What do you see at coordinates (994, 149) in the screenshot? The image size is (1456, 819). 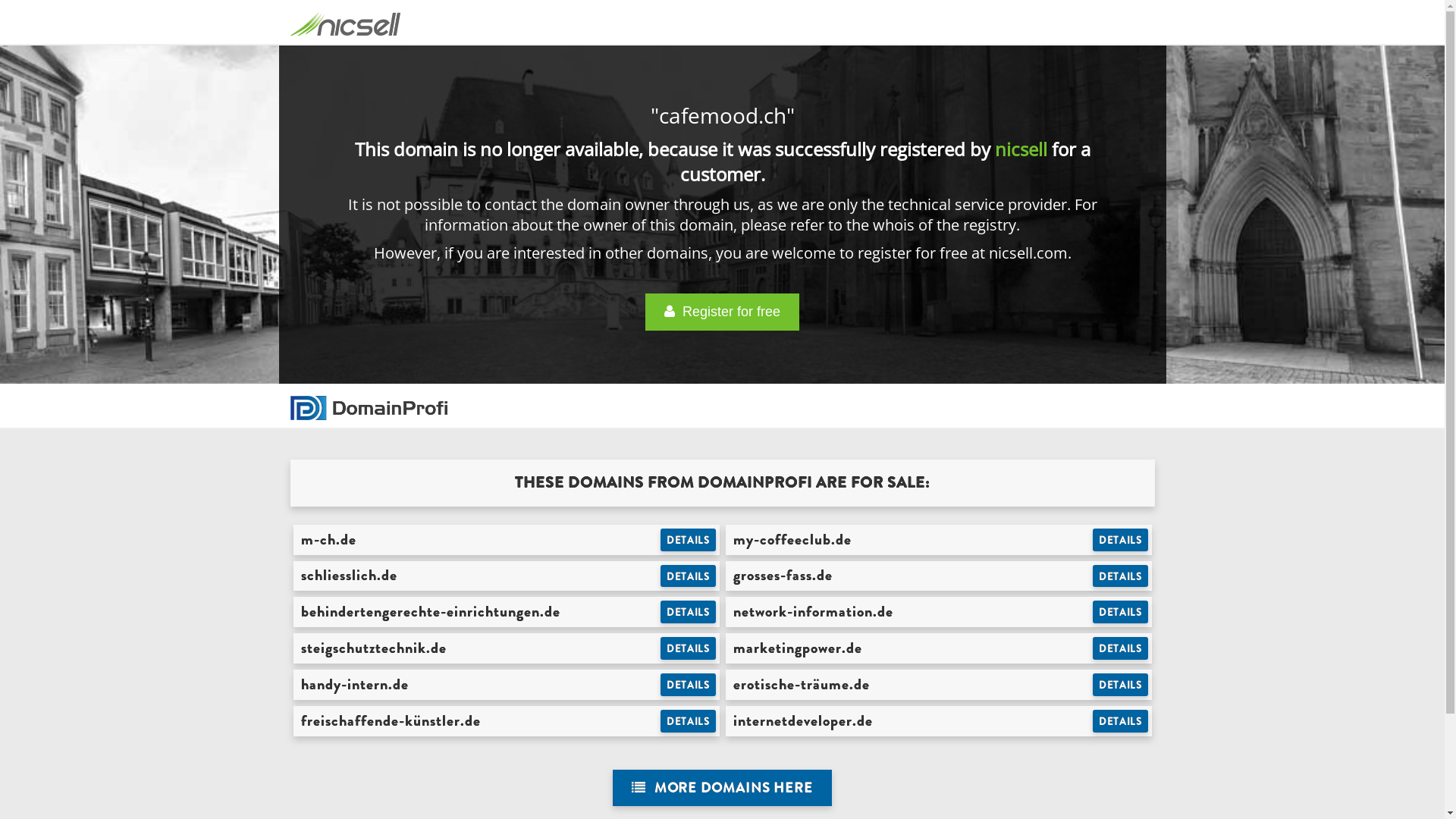 I see `'nicsell'` at bounding box center [994, 149].